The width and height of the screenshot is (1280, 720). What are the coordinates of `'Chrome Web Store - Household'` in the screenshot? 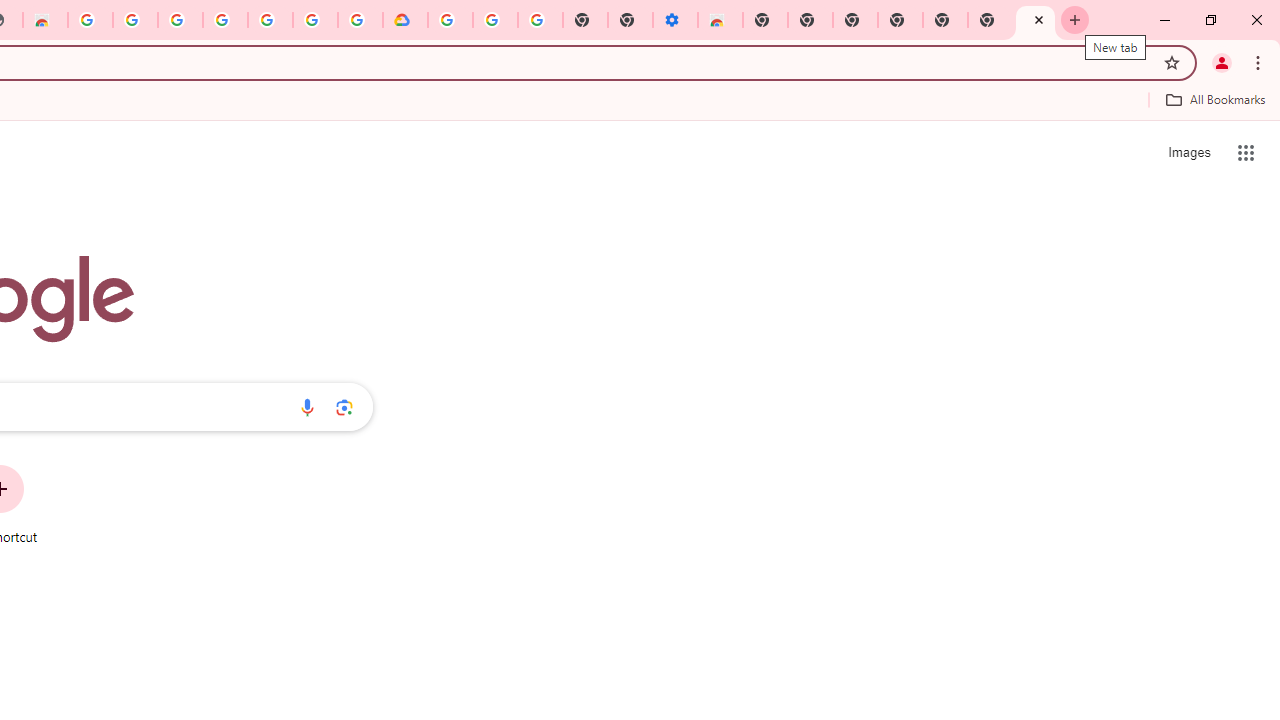 It's located at (45, 20).